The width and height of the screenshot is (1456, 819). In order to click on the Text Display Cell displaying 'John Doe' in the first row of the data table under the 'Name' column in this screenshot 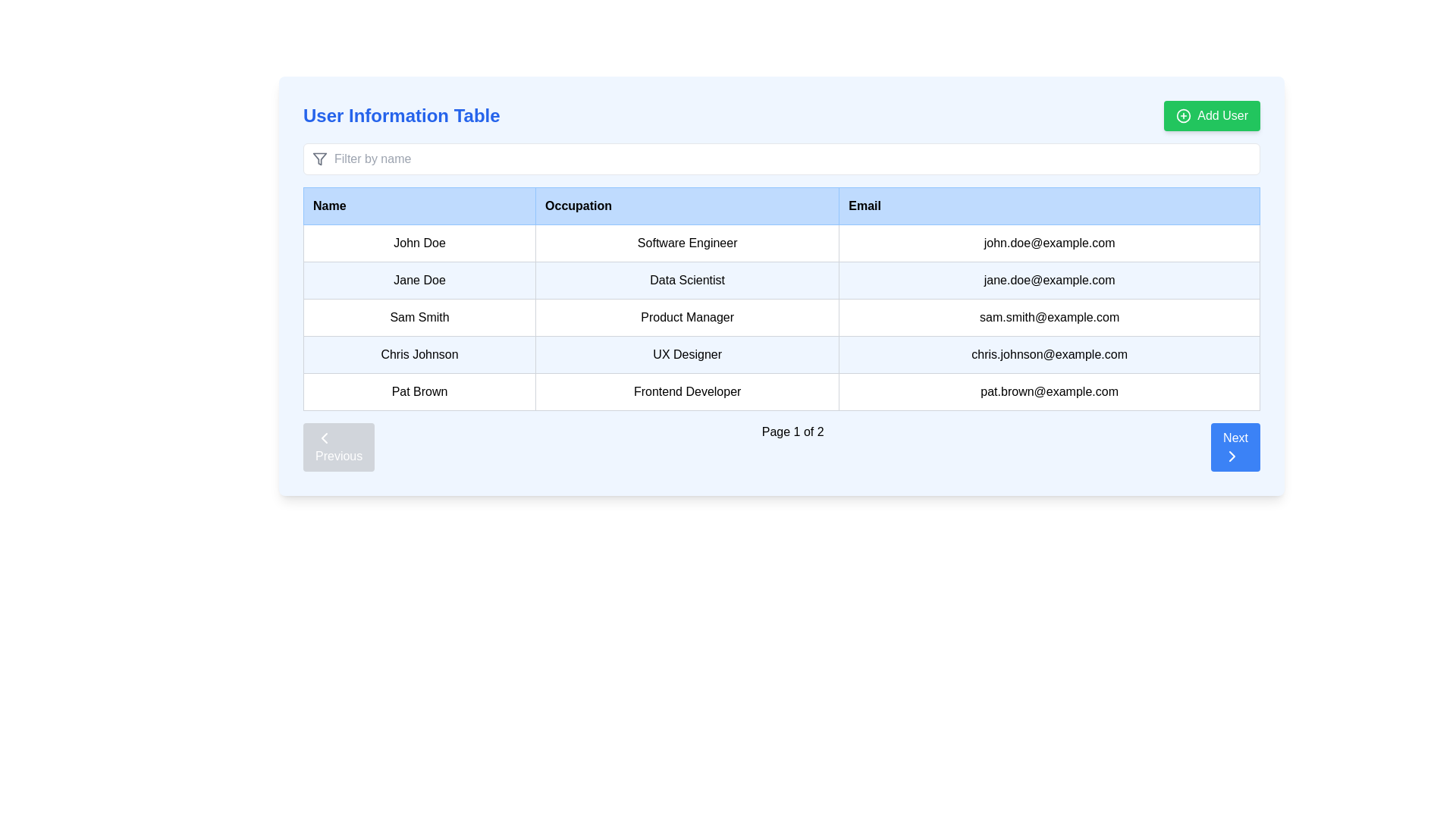, I will do `click(419, 242)`.